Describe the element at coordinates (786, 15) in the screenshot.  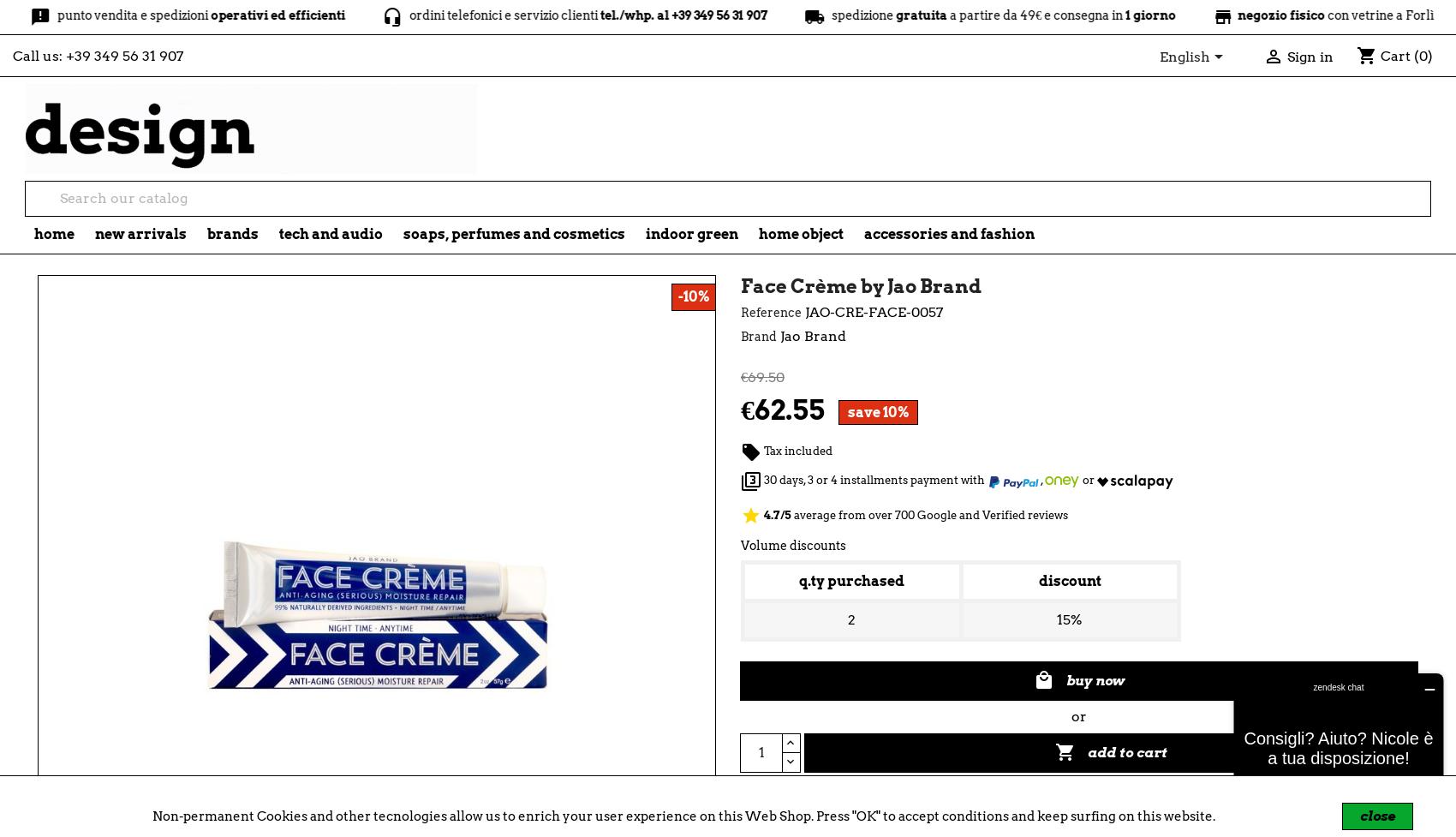
I see `'spedizione'` at that location.